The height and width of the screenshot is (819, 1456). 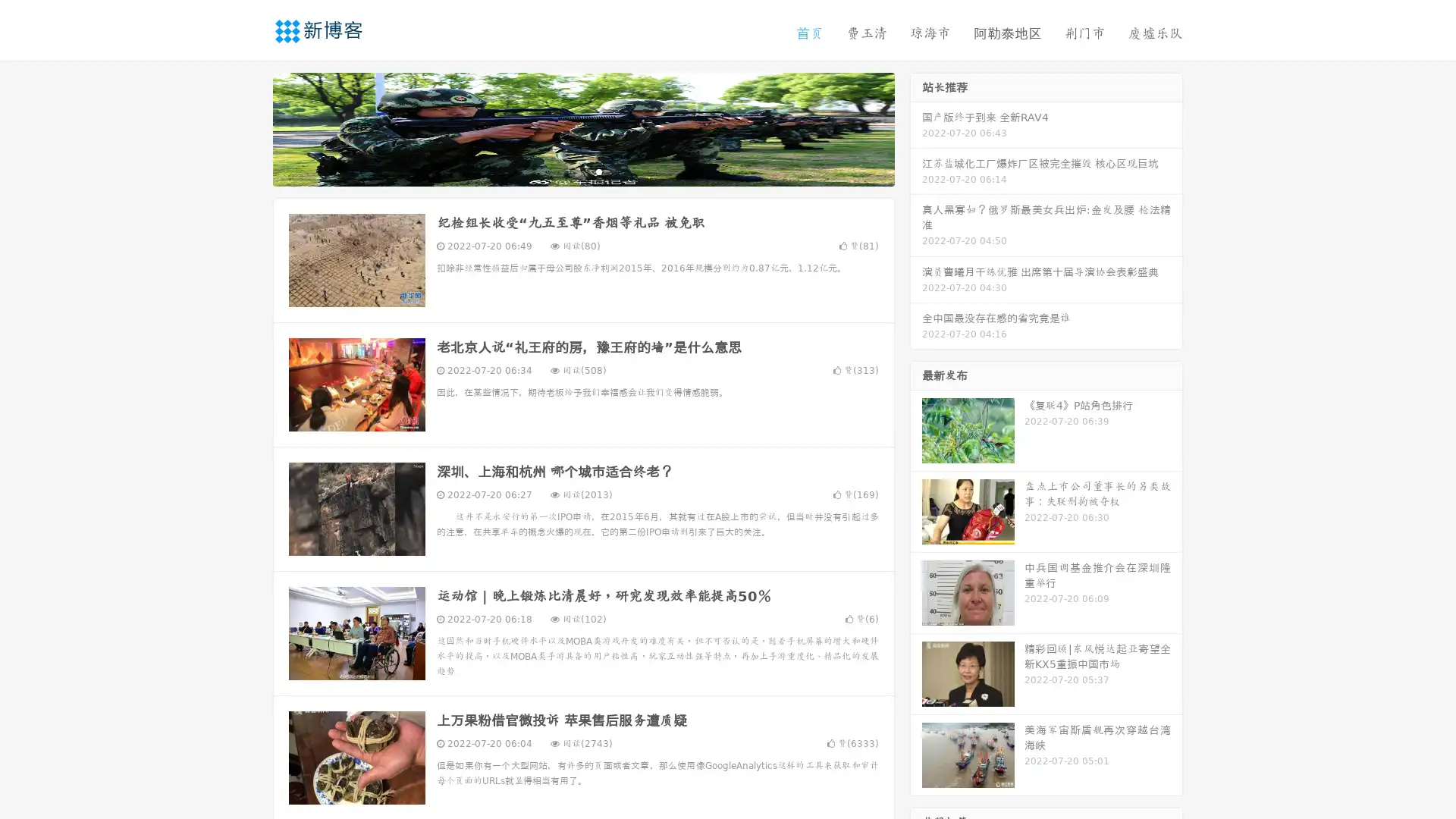 What do you see at coordinates (567, 171) in the screenshot?
I see `Go to slide 1` at bounding box center [567, 171].